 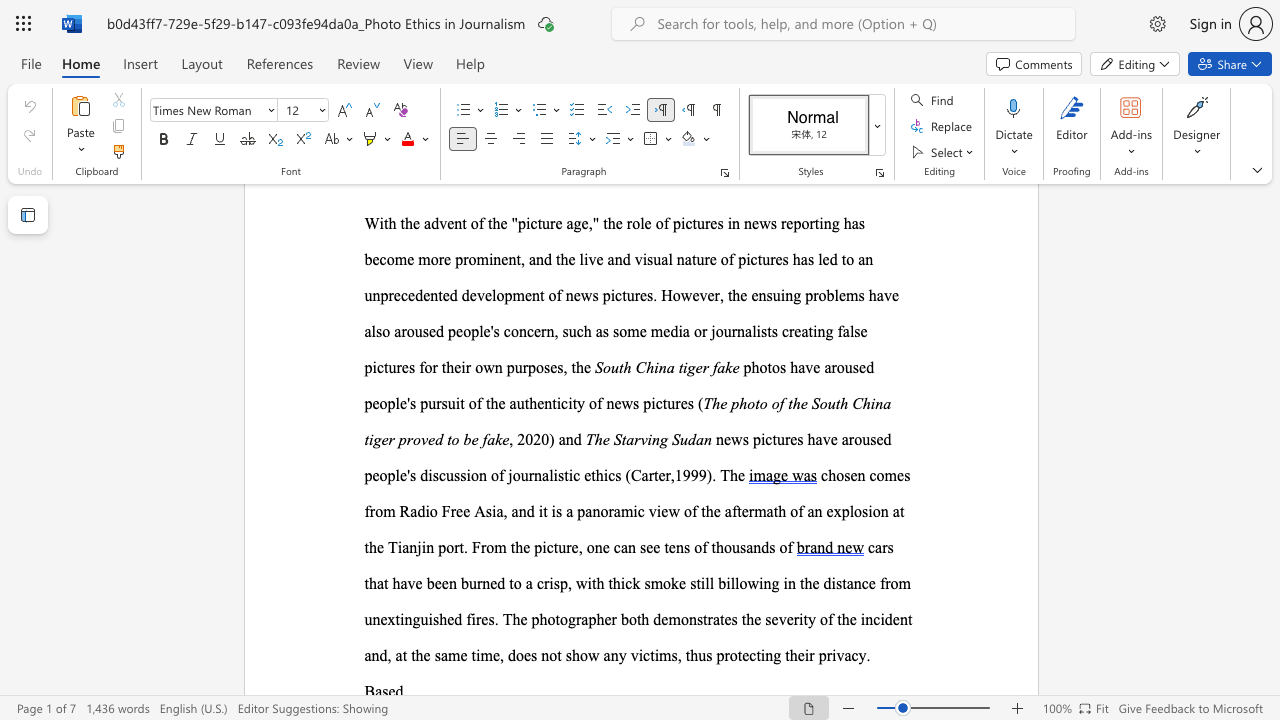 I want to click on the 1th character "a" in the text, so click(x=561, y=438).